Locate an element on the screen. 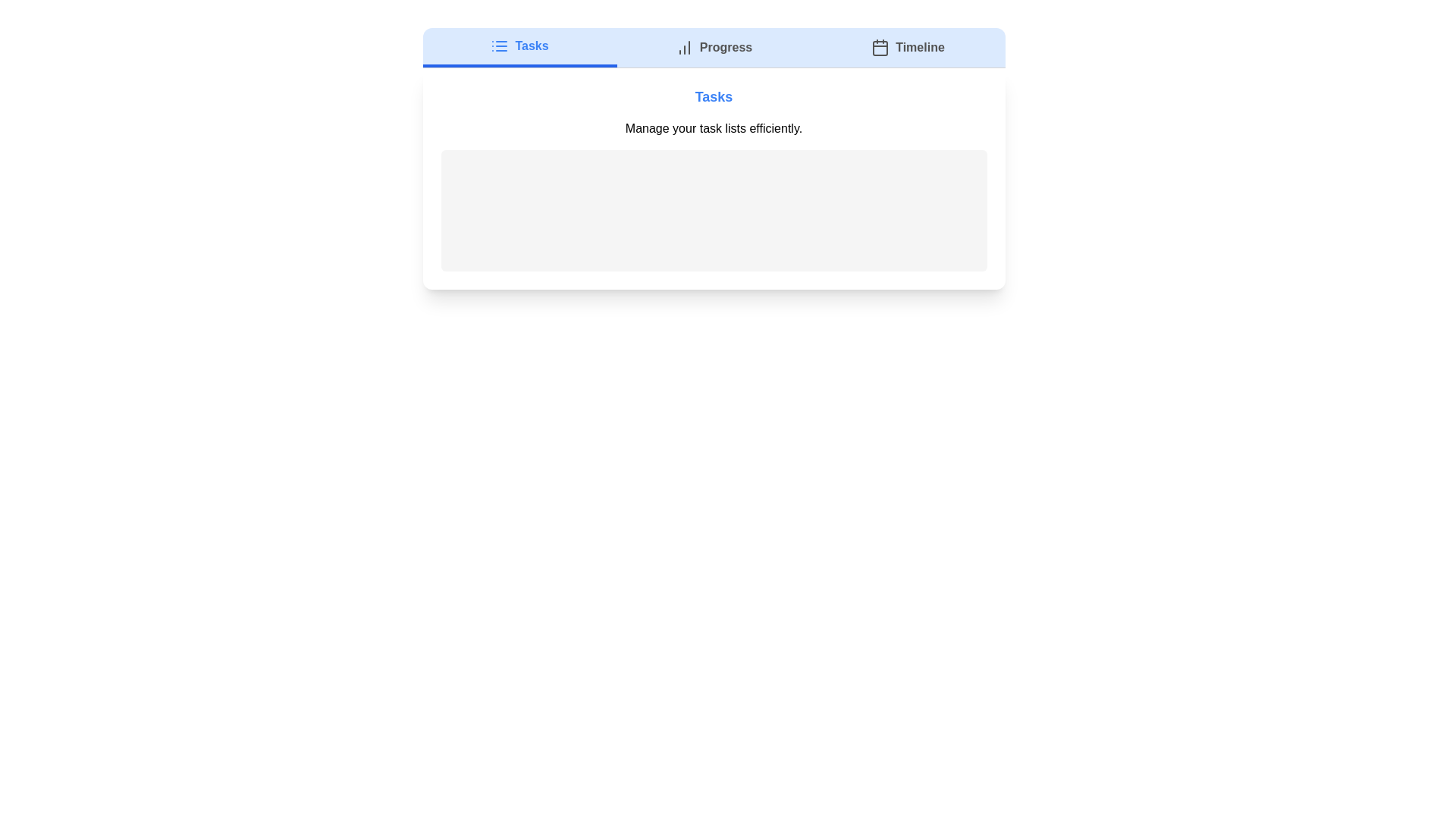 Image resolution: width=1456 pixels, height=819 pixels. the 'Timeline' icon located in the navigation bar at the far right of the top menu is located at coordinates (880, 46).